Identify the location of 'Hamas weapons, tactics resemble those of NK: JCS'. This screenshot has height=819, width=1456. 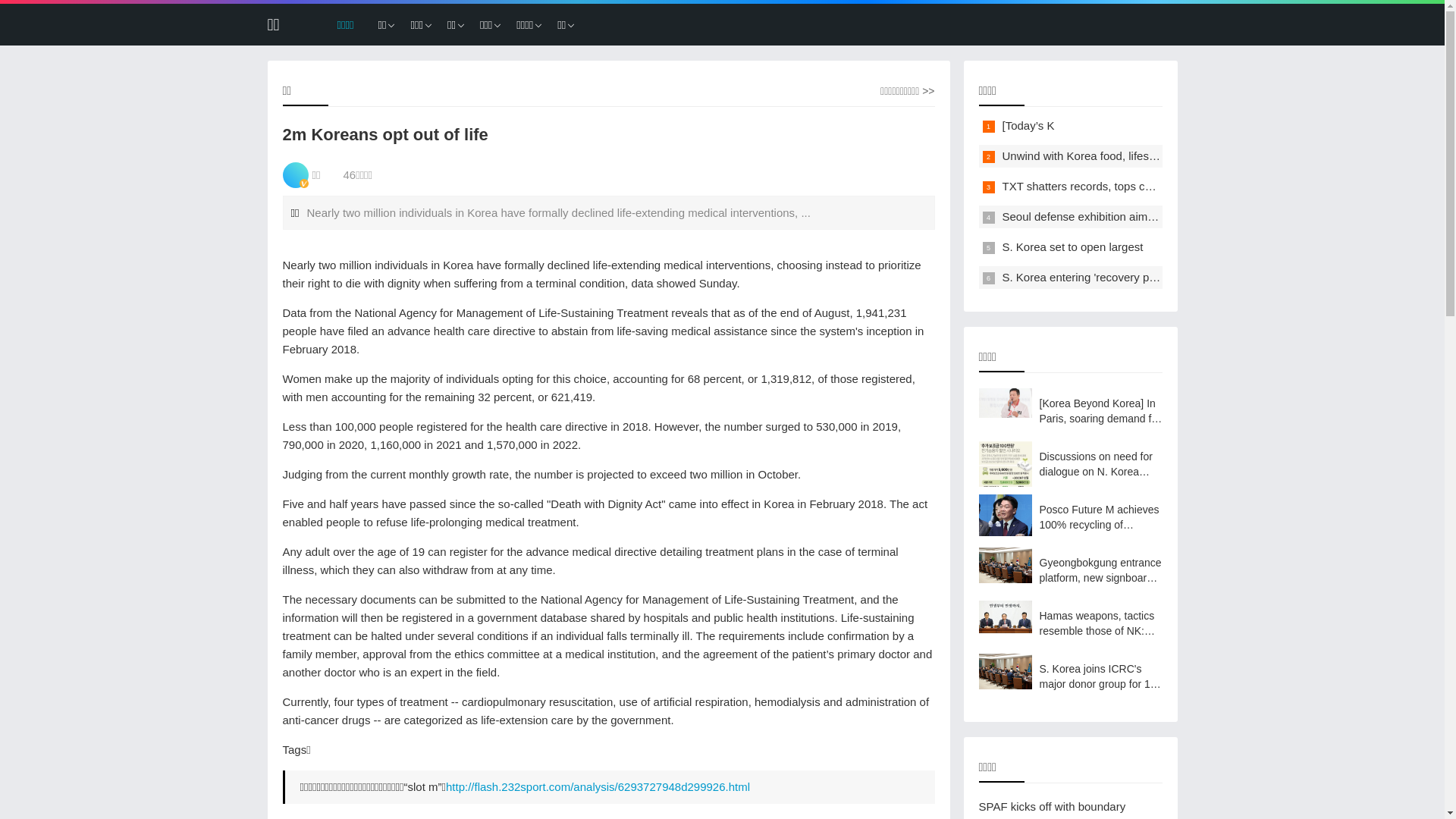
(1069, 623).